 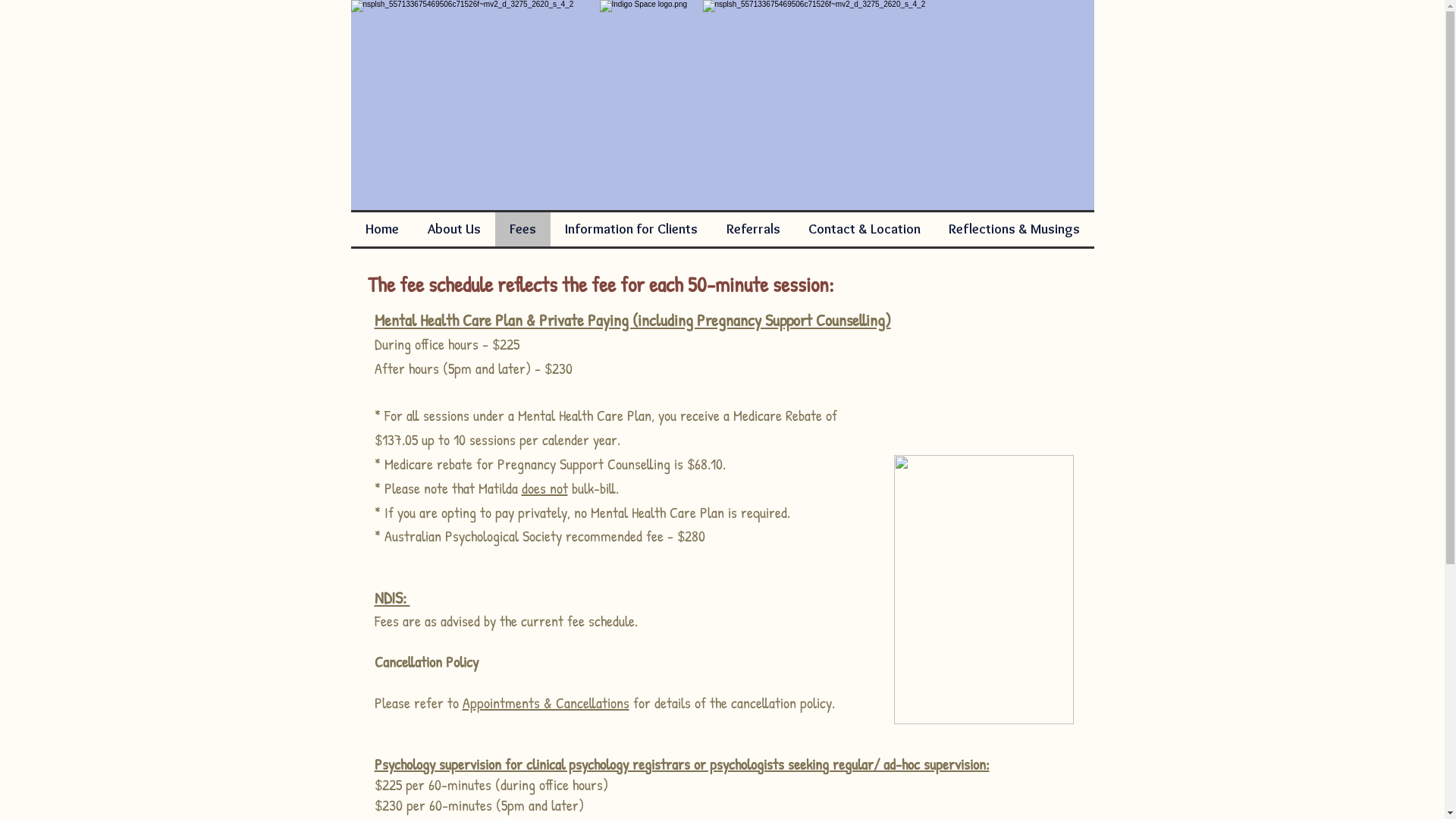 I want to click on 'Appointments & Cancellations', so click(x=546, y=702).